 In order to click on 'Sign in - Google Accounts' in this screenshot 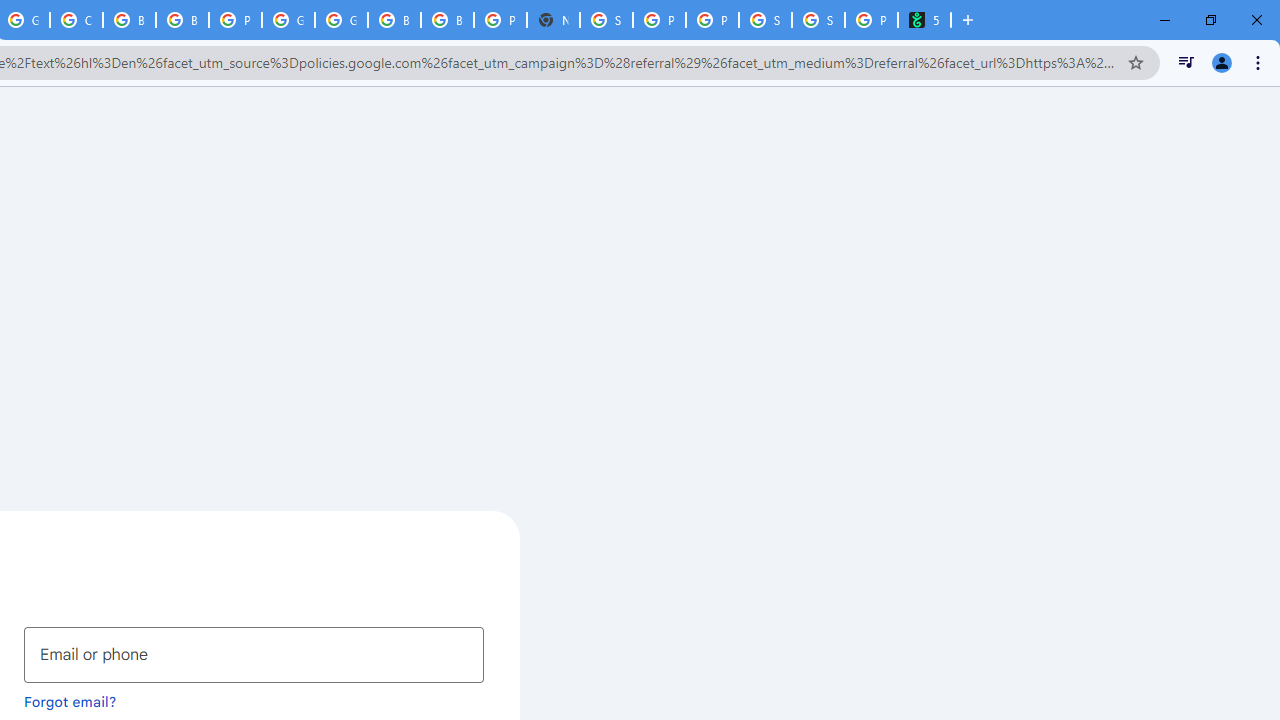, I will do `click(605, 20)`.